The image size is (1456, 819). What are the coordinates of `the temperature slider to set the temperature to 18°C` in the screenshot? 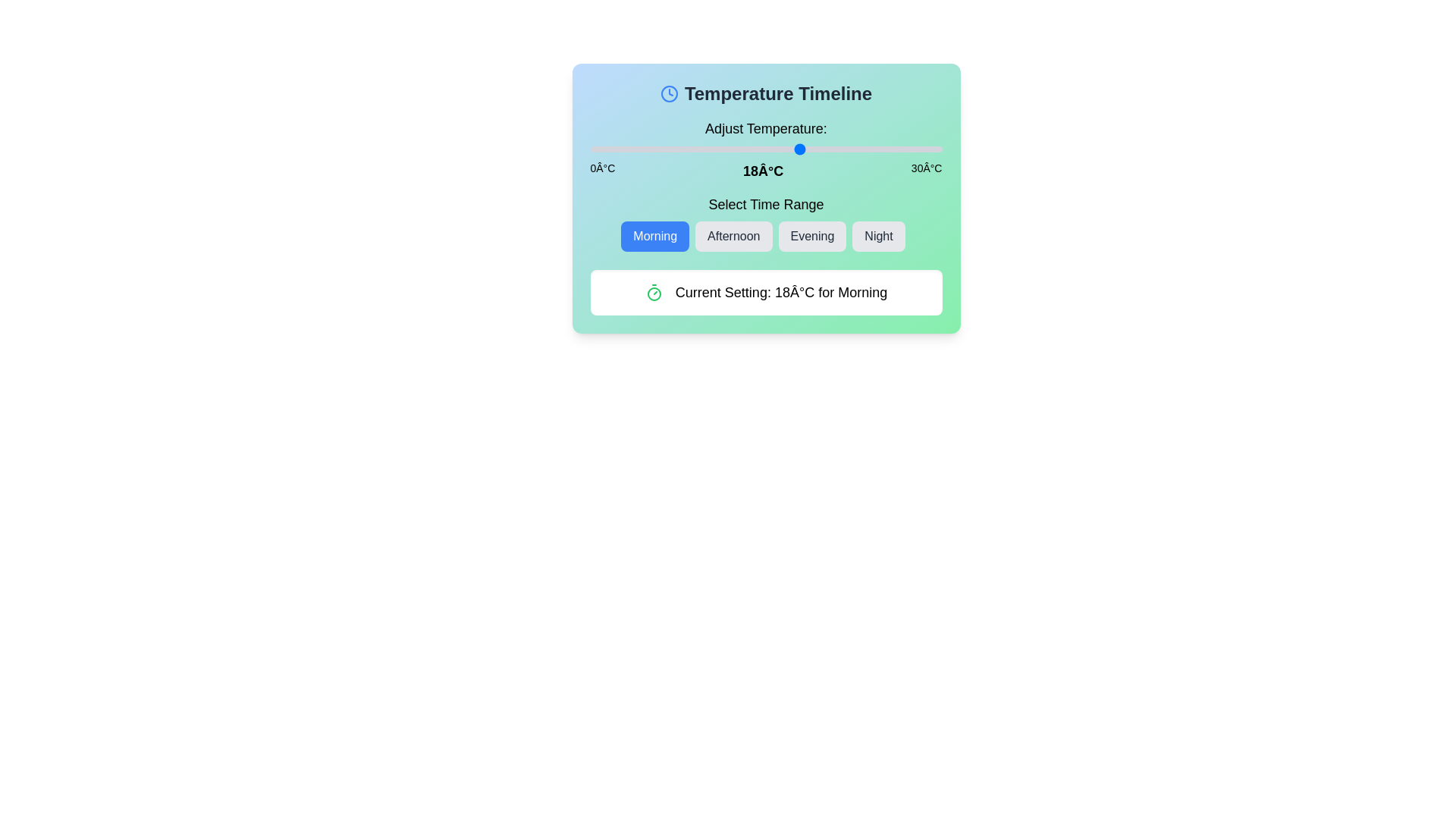 It's located at (800, 149).